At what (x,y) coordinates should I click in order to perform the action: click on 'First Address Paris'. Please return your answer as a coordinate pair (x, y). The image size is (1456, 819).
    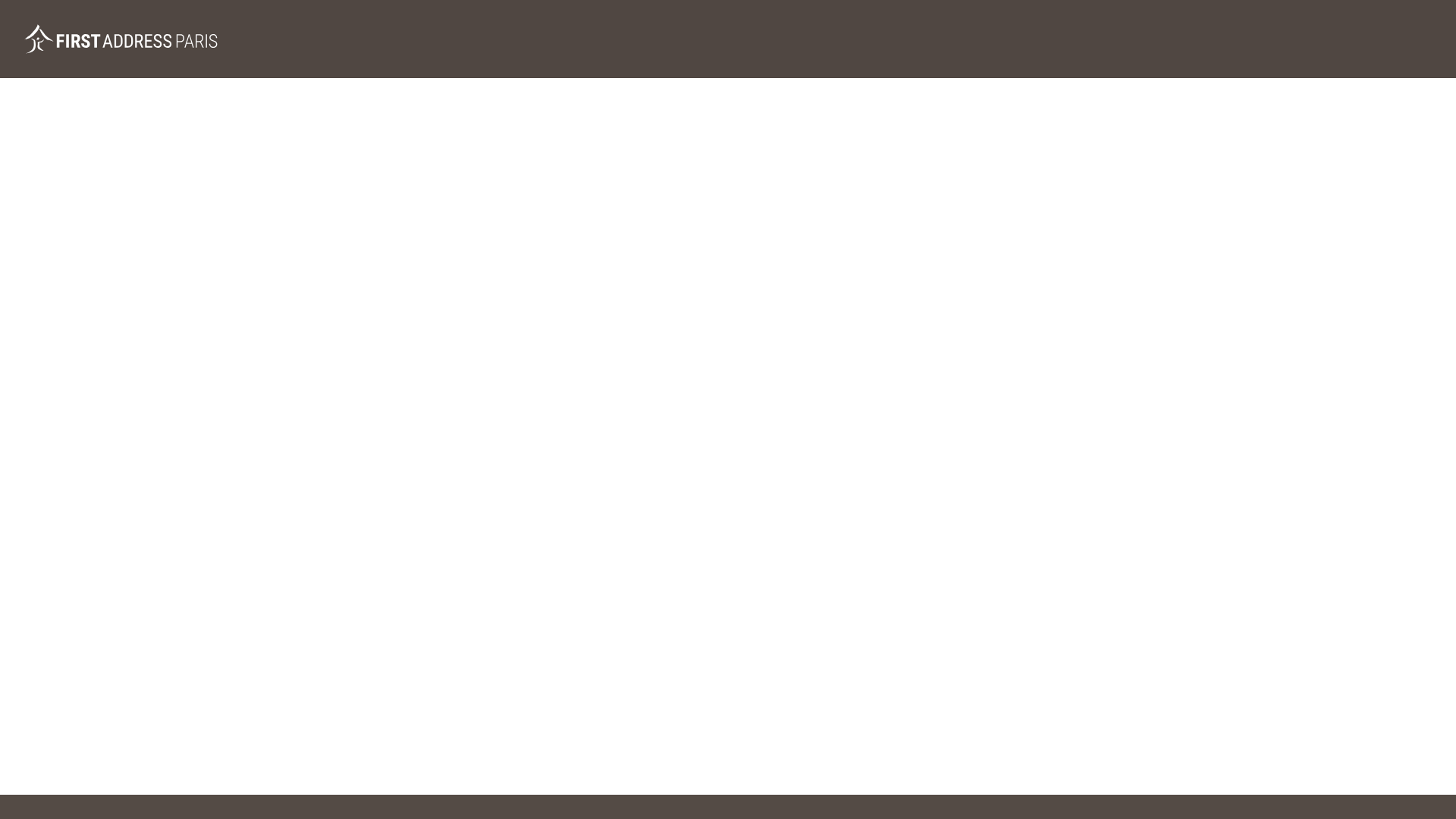
    Looking at the image, I should click on (24, 38).